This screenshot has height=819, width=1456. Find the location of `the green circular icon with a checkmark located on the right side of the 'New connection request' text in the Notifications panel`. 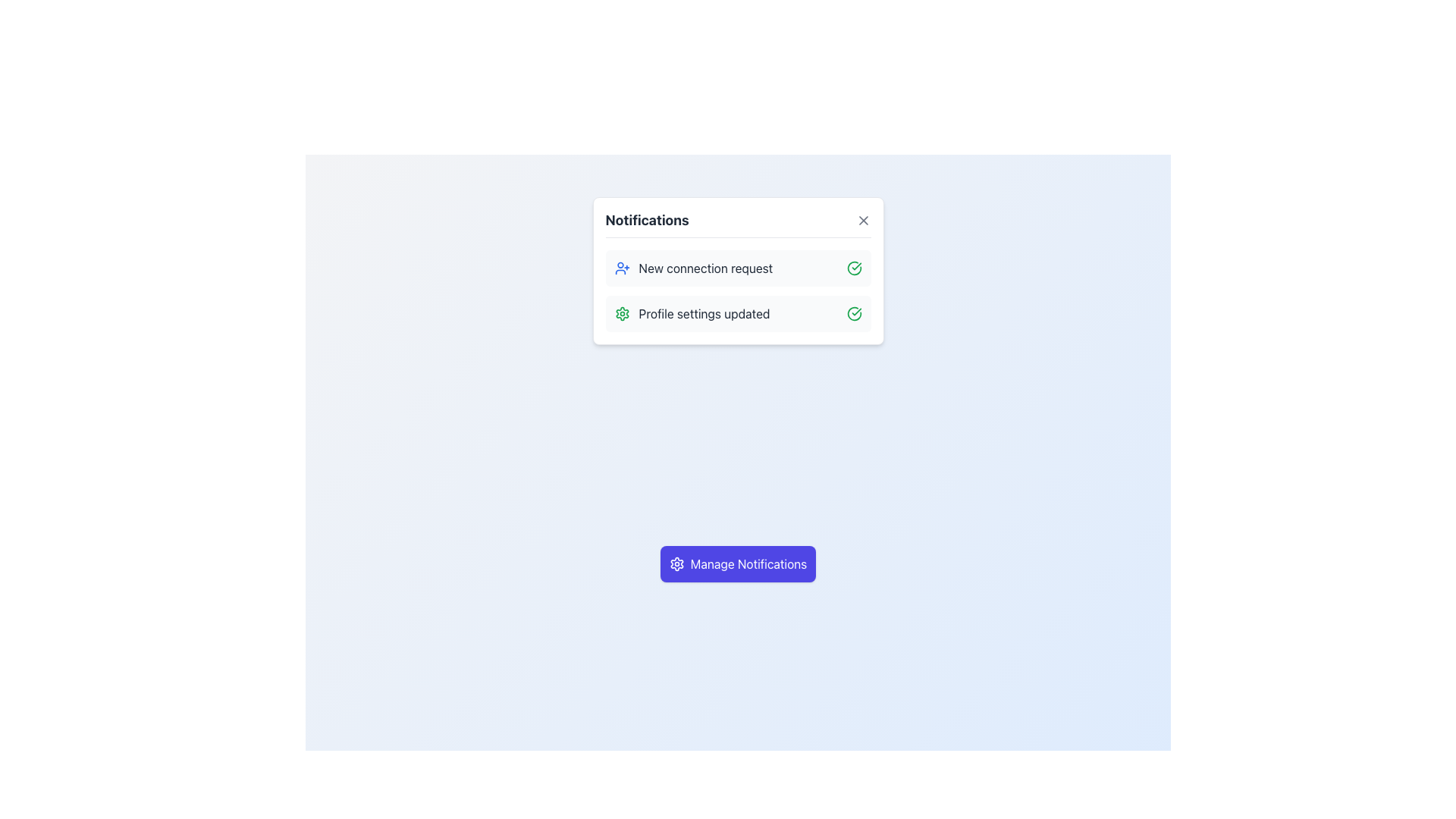

the green circular icon with a checkmark located on the right side of the 'New connection request' text in the Notifications panel is located at coordinates (854, 268).